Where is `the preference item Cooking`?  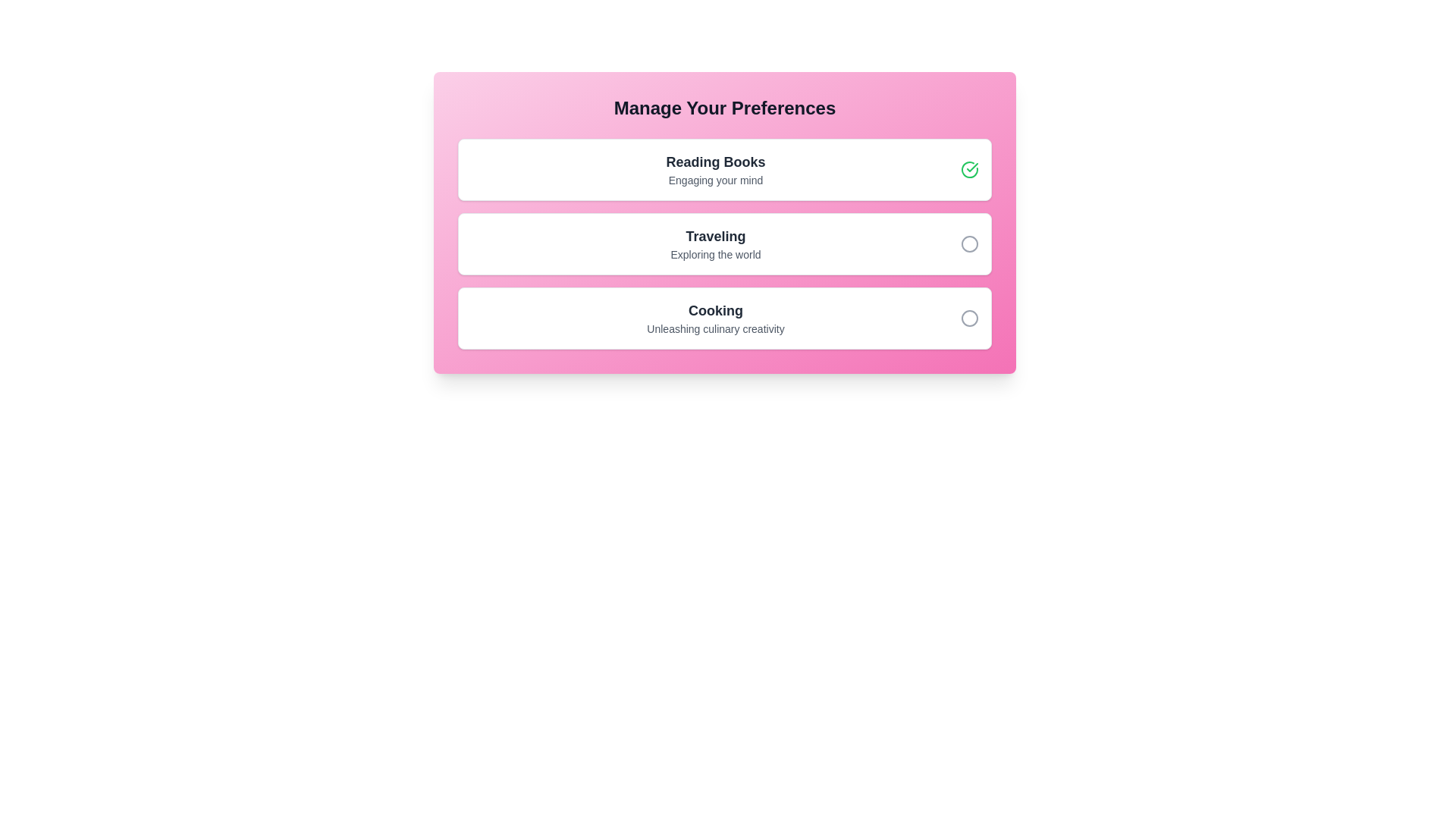
the preference item Cooking is located at coordinates (723, 318).